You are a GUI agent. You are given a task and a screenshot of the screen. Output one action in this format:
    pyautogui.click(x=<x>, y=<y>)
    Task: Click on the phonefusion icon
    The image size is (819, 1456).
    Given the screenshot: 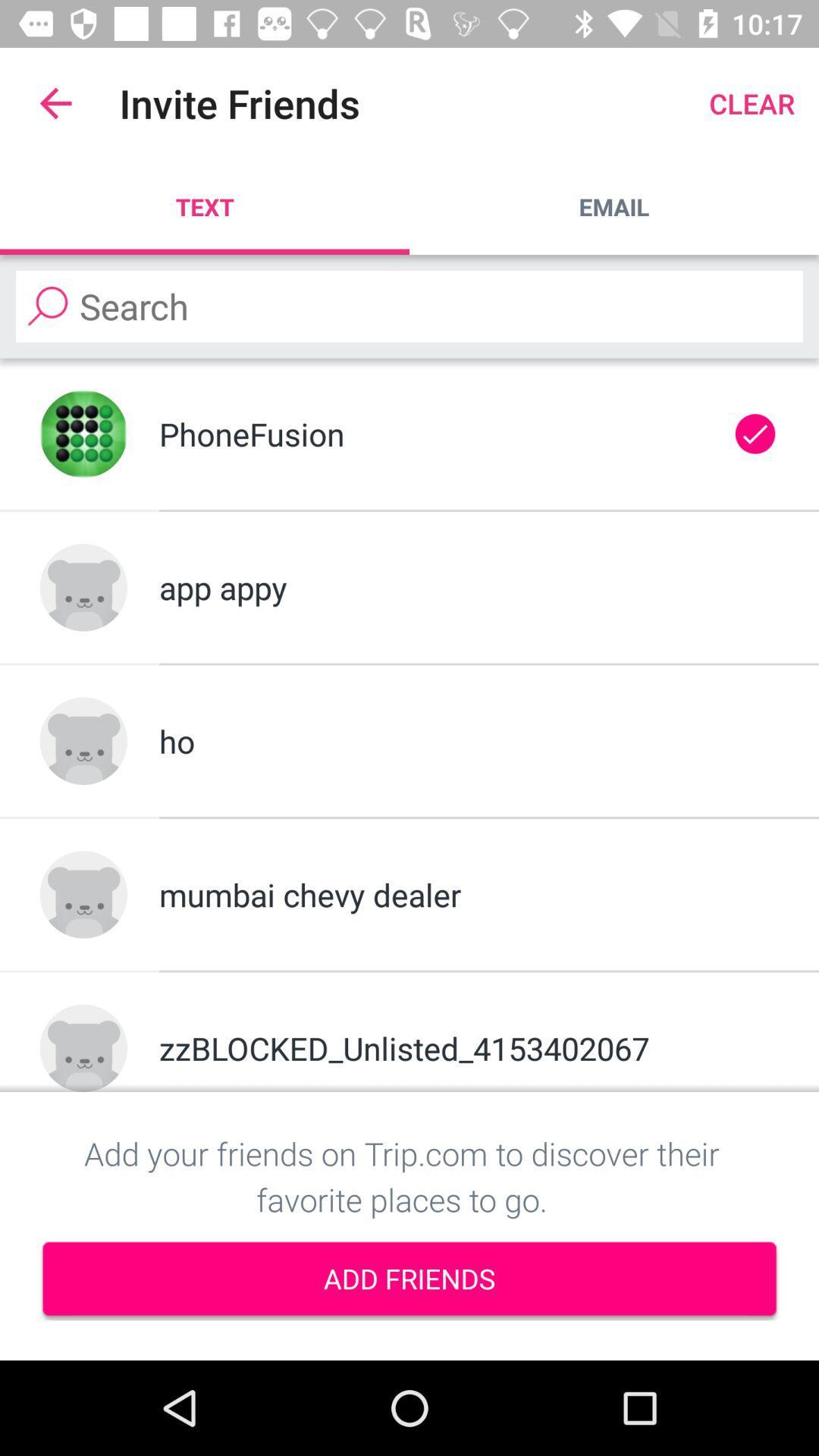 What is the action you would take?
    pyautogui.click(x=435, y=433)
    